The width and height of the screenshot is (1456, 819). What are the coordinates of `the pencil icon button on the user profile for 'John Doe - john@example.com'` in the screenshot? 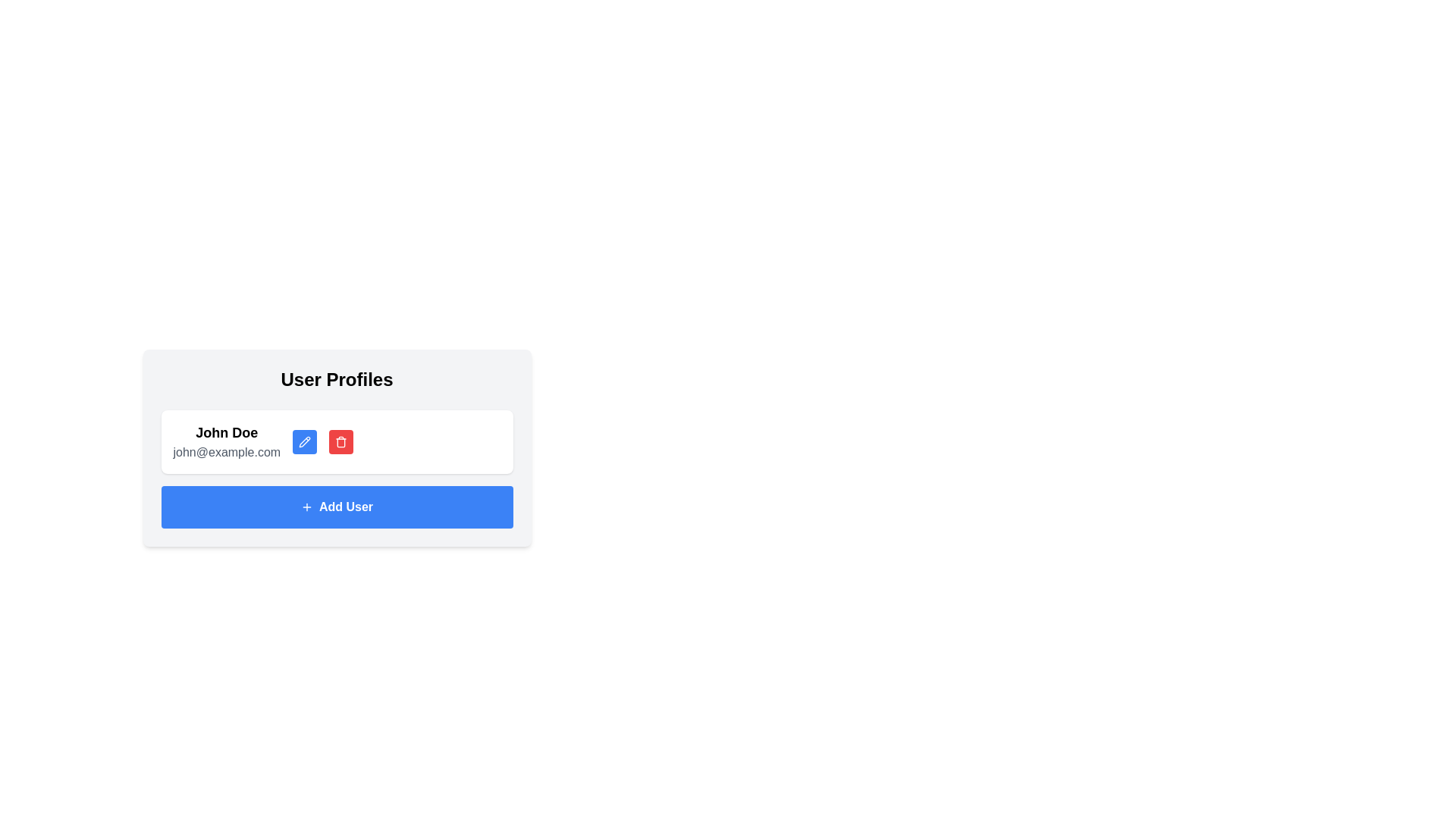 It's located at (304, 441).